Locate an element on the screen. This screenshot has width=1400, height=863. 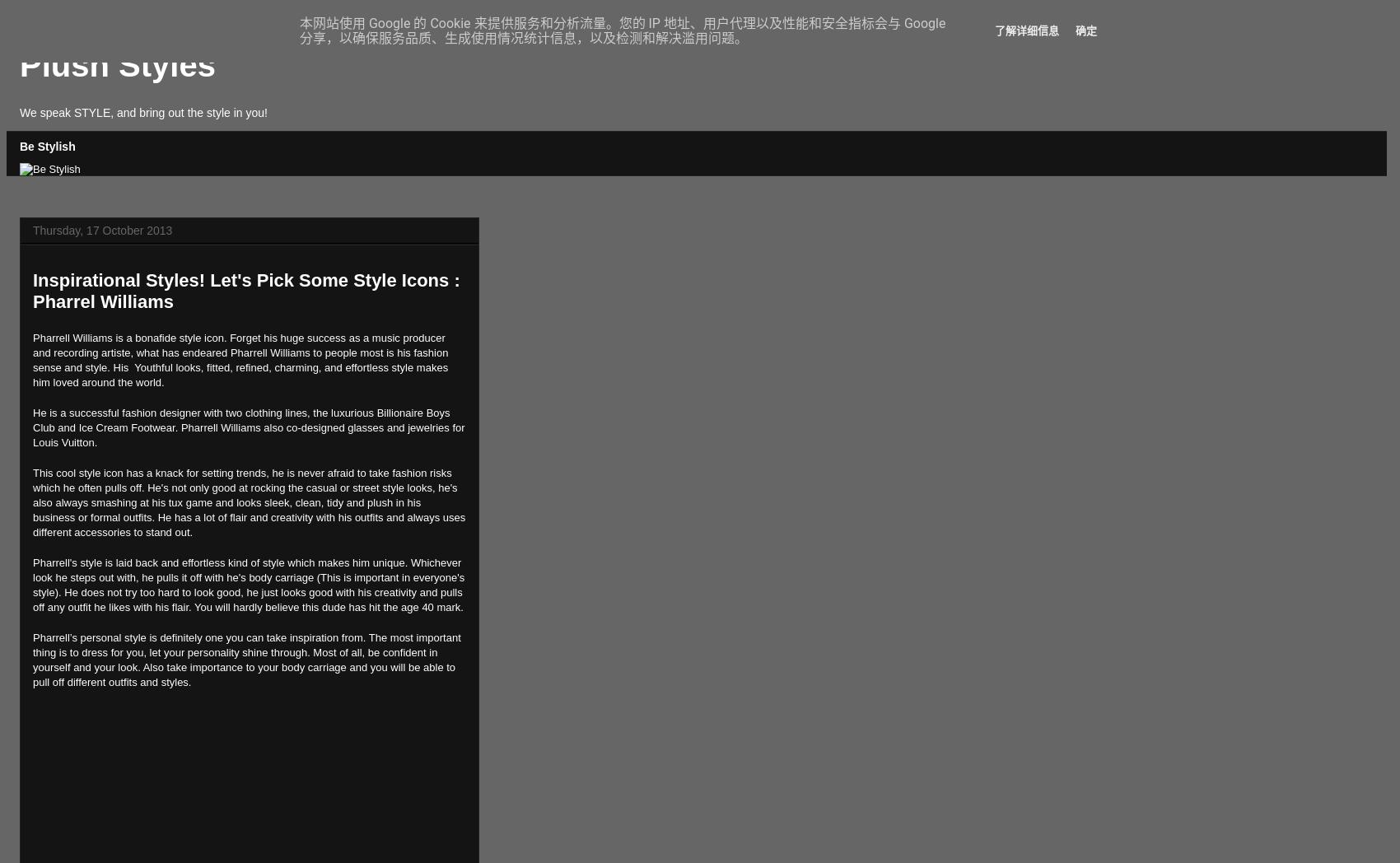
'Inspirational Styles! Let's Pick Some Style Icons : Pharrel Williams' is located at coordinates (246, 289).